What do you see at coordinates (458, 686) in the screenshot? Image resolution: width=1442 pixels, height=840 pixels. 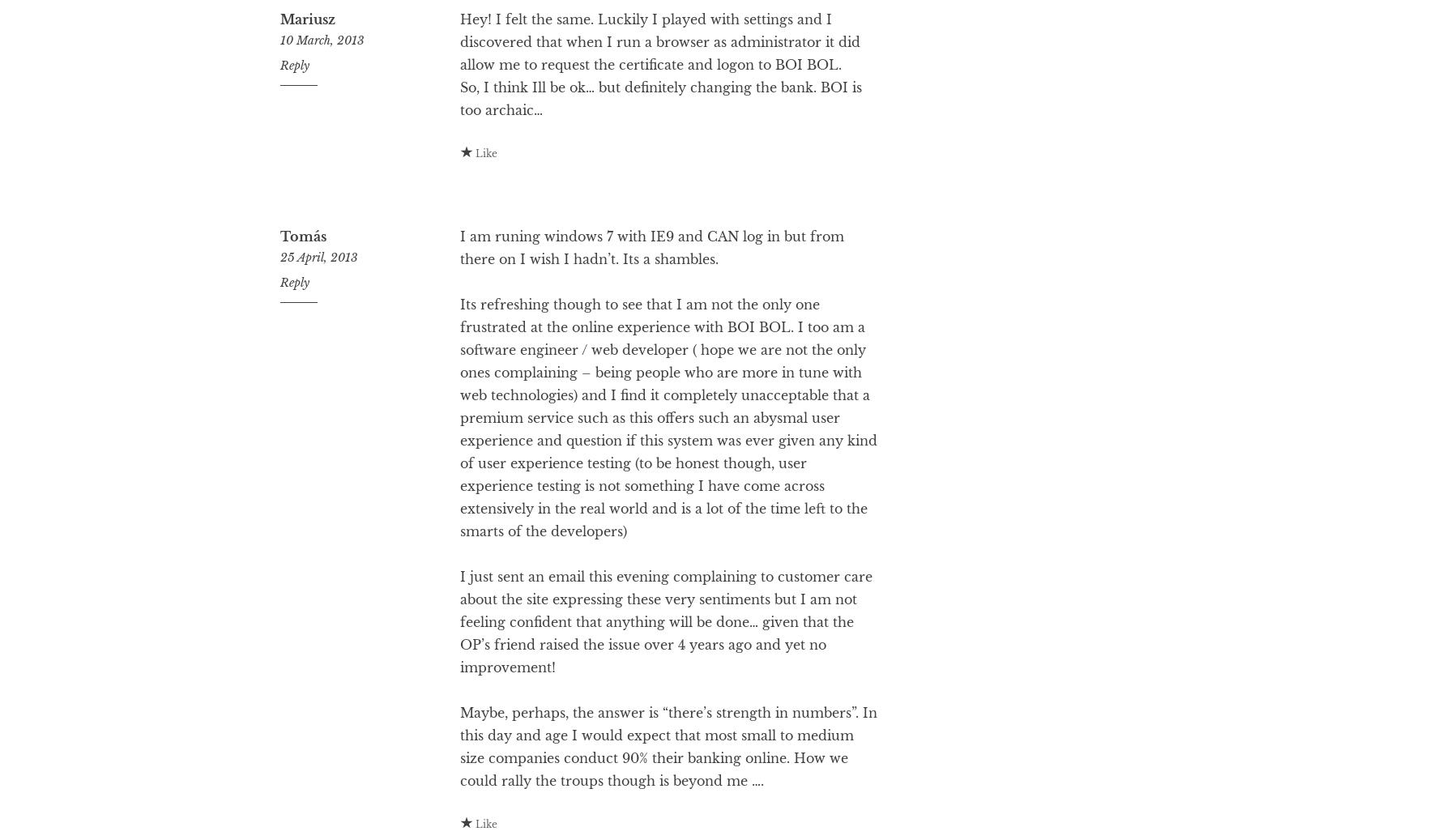 I see `'I just sent an email this evening complaining to customer care about the site expressing these very sentiments but I am not feeling confident that anything will be done… given that the OP’s friend raised the issue over 4 years ago and yet no improvement!'` at bounding box center [458, 686].